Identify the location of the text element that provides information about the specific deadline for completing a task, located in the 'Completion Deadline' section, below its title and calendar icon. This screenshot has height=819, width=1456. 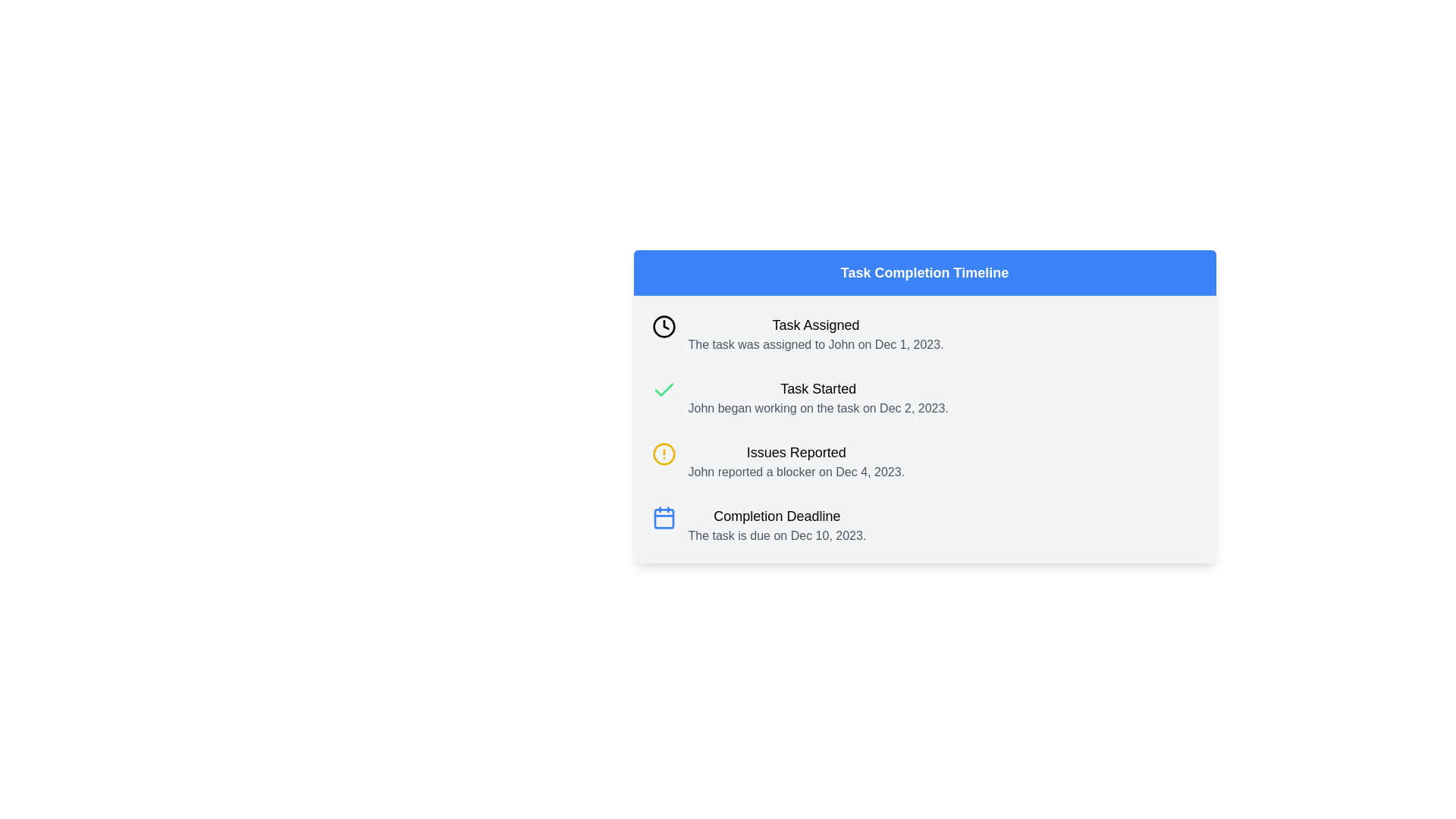
(777, 535).